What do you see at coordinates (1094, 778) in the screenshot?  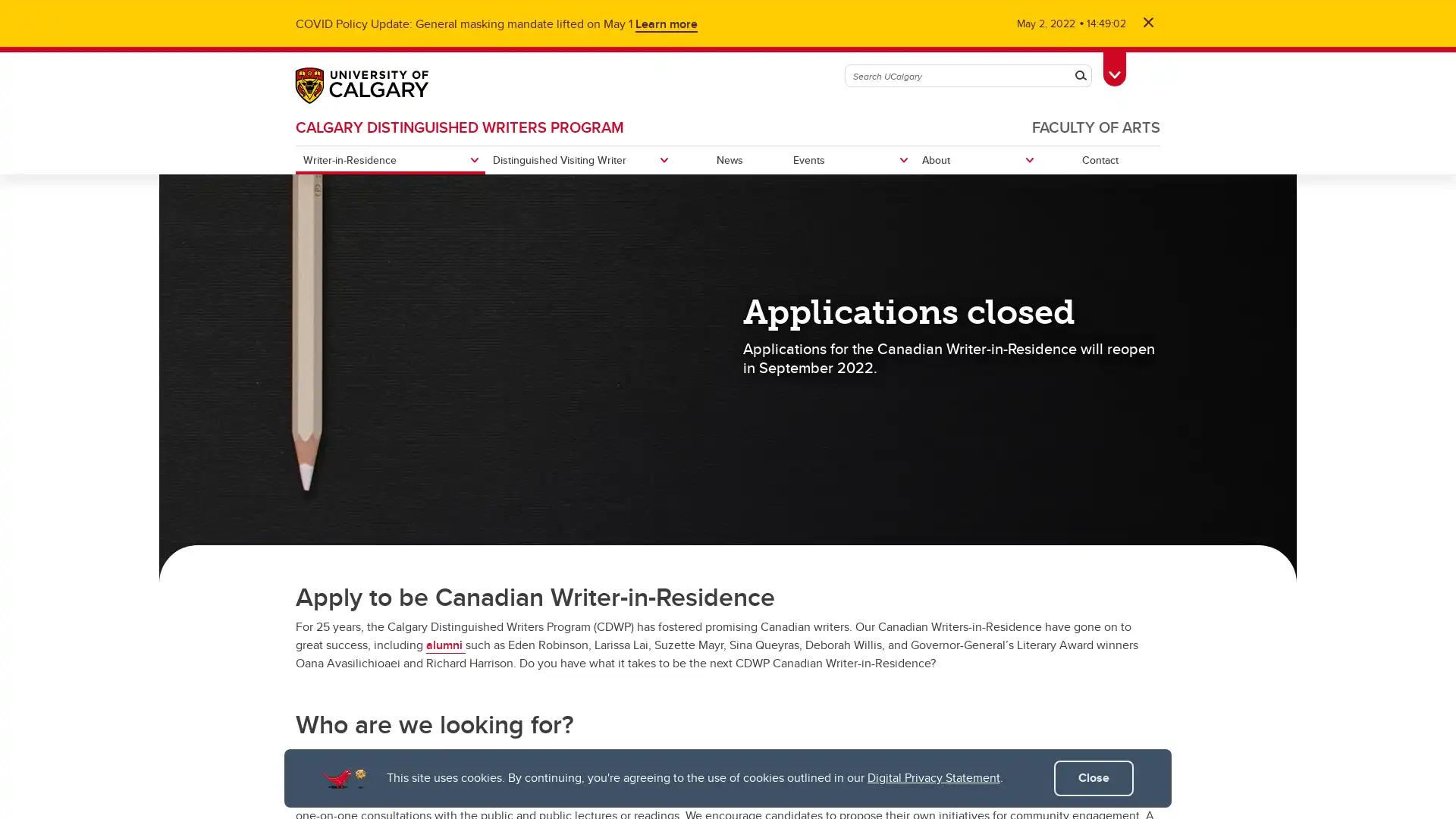 I see `Close` at bounding box center [1094, 778].